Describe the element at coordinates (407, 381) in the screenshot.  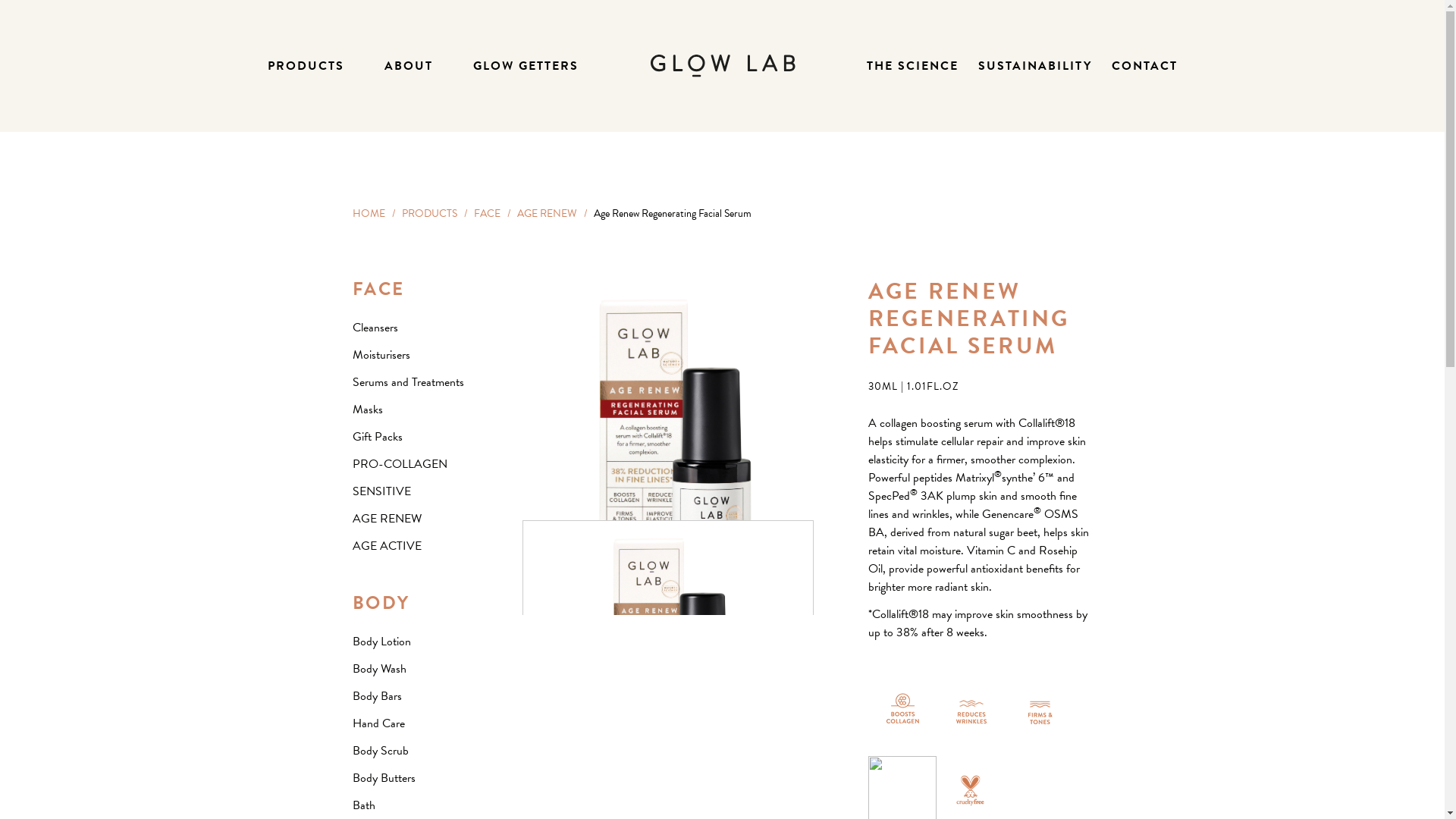
I see `'Serums and Treatments'` at that location.